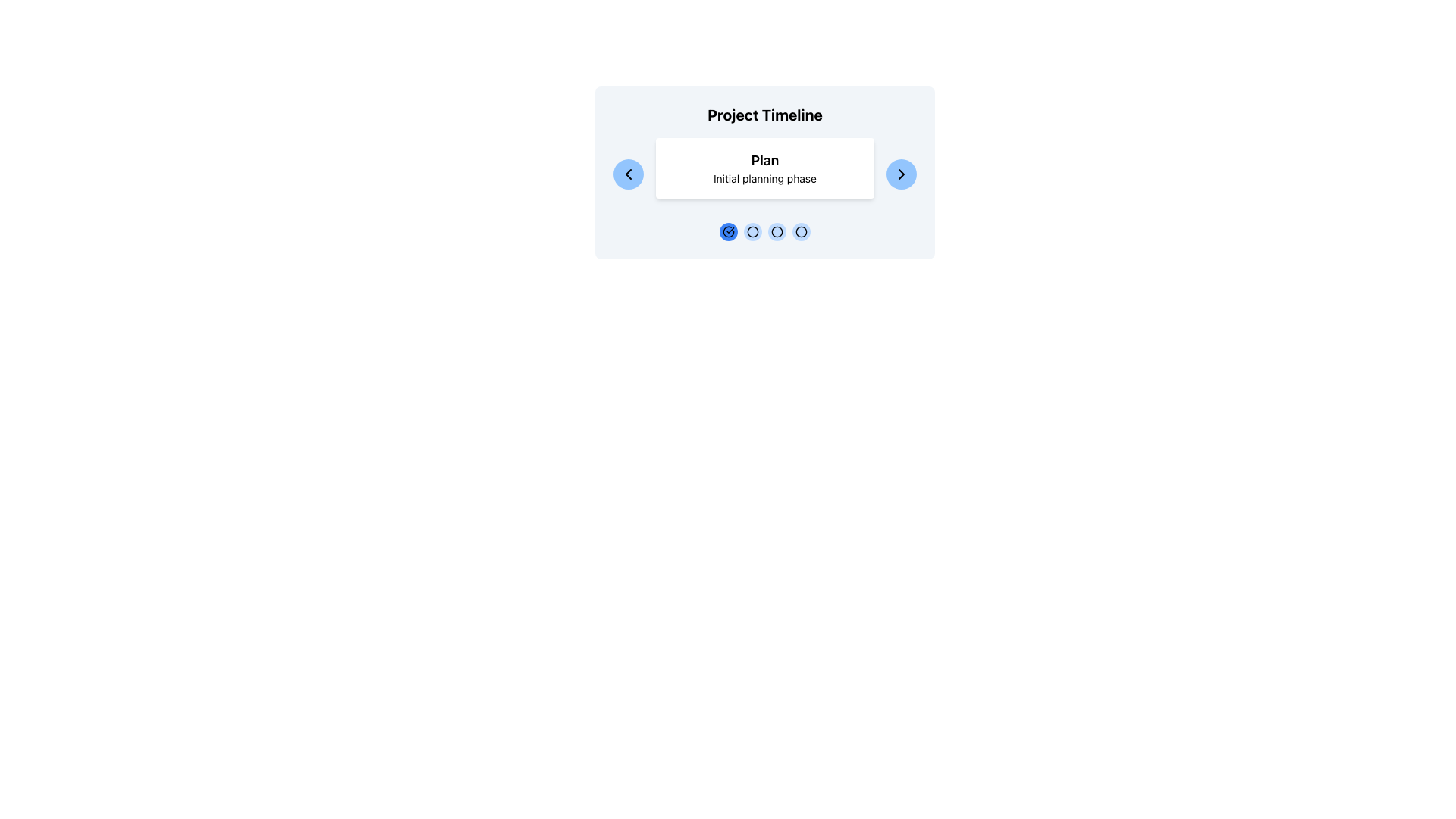  What do you see at coordinates (728, 231) in the screenshot?
I see `the interactive step indicator button located at the first position in the horizontal row below the 'Plan' card for keyboard interaction` at bounding box center [728, 231].